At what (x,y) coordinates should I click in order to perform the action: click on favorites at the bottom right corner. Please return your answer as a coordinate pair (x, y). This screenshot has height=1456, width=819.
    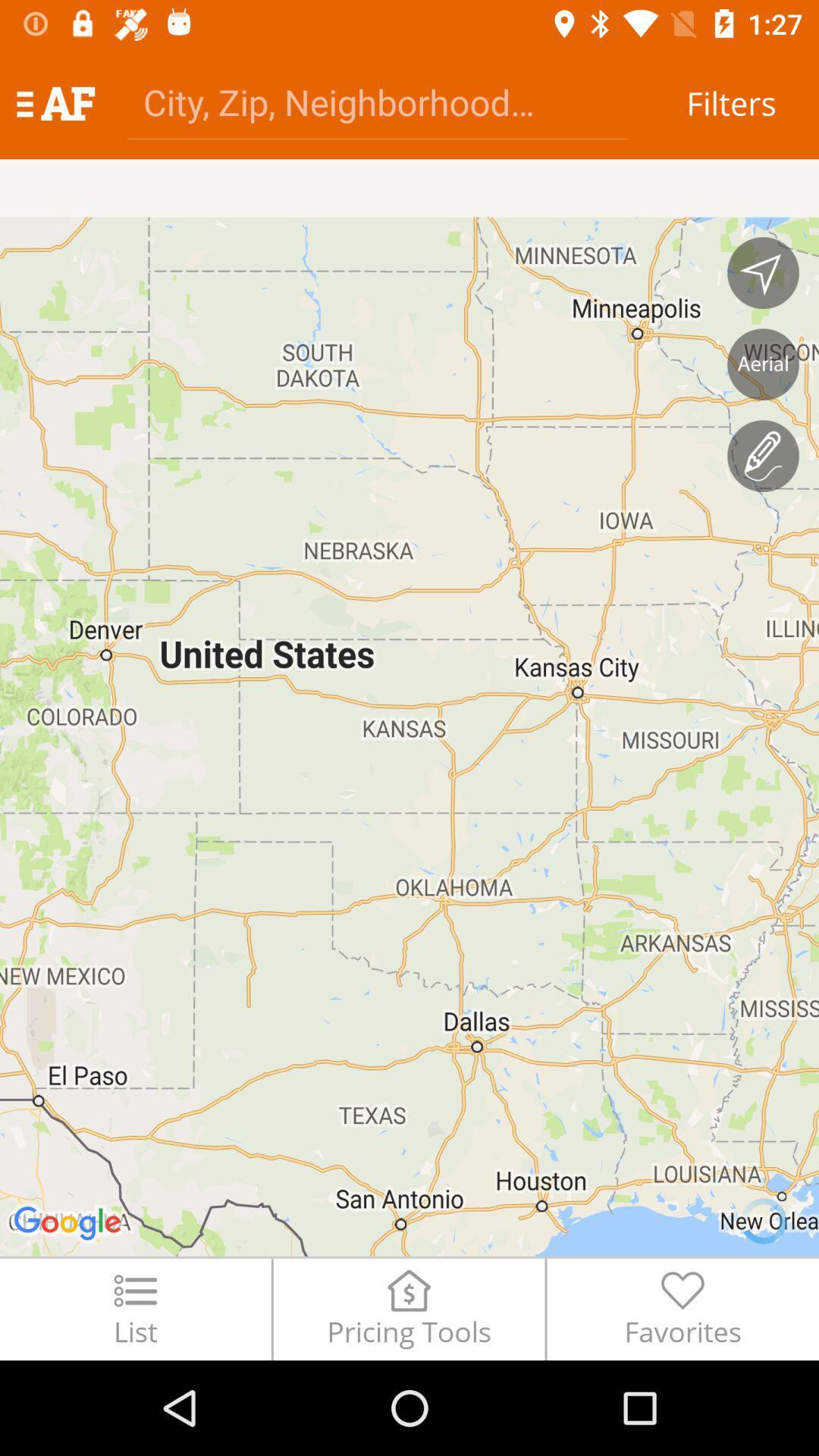
    Looking at the image, I should click on (682, 1308).